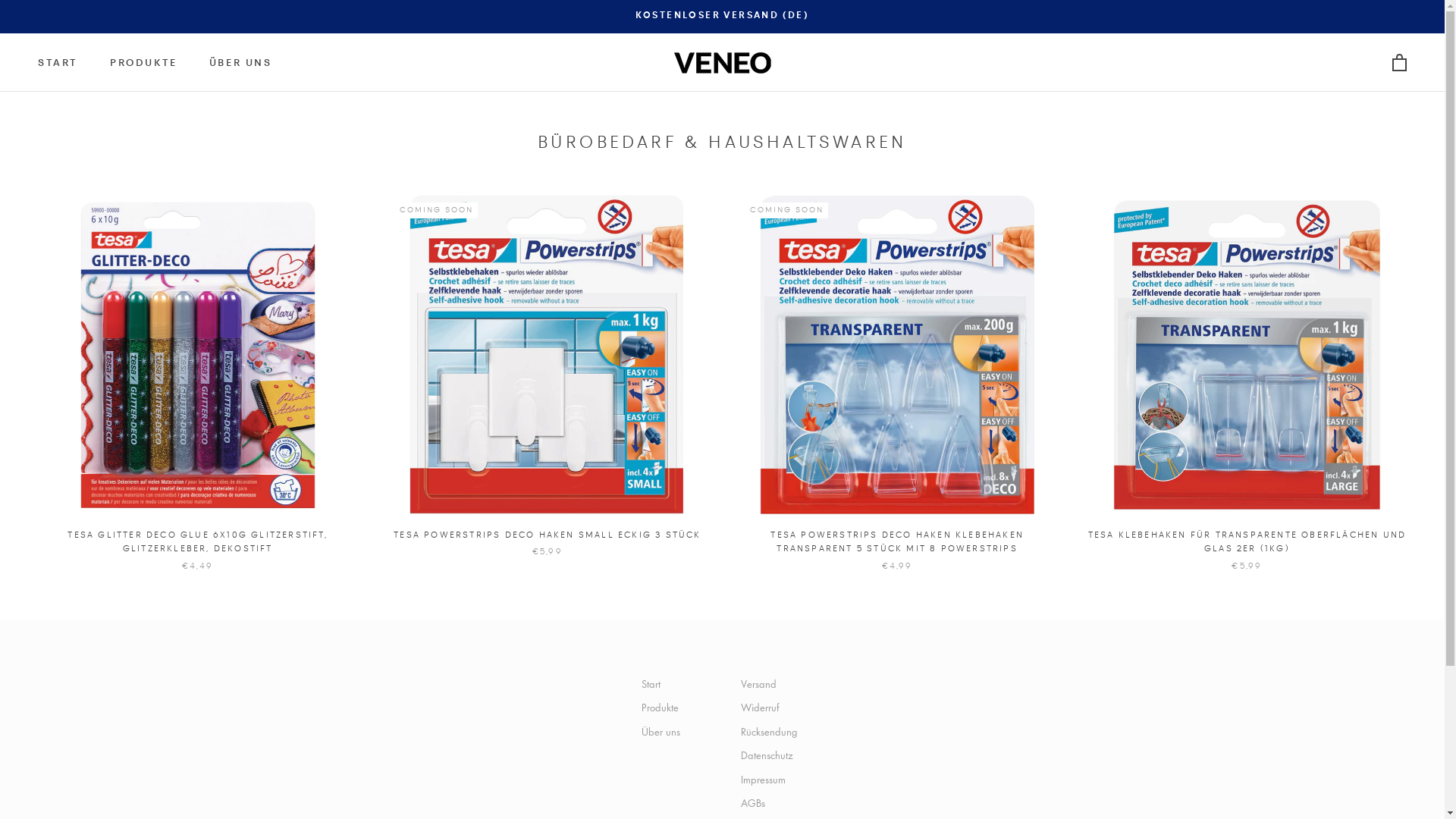  Describe the element at coordinates (739, 684) in the screenshot. I see `'Versand'` at that location.